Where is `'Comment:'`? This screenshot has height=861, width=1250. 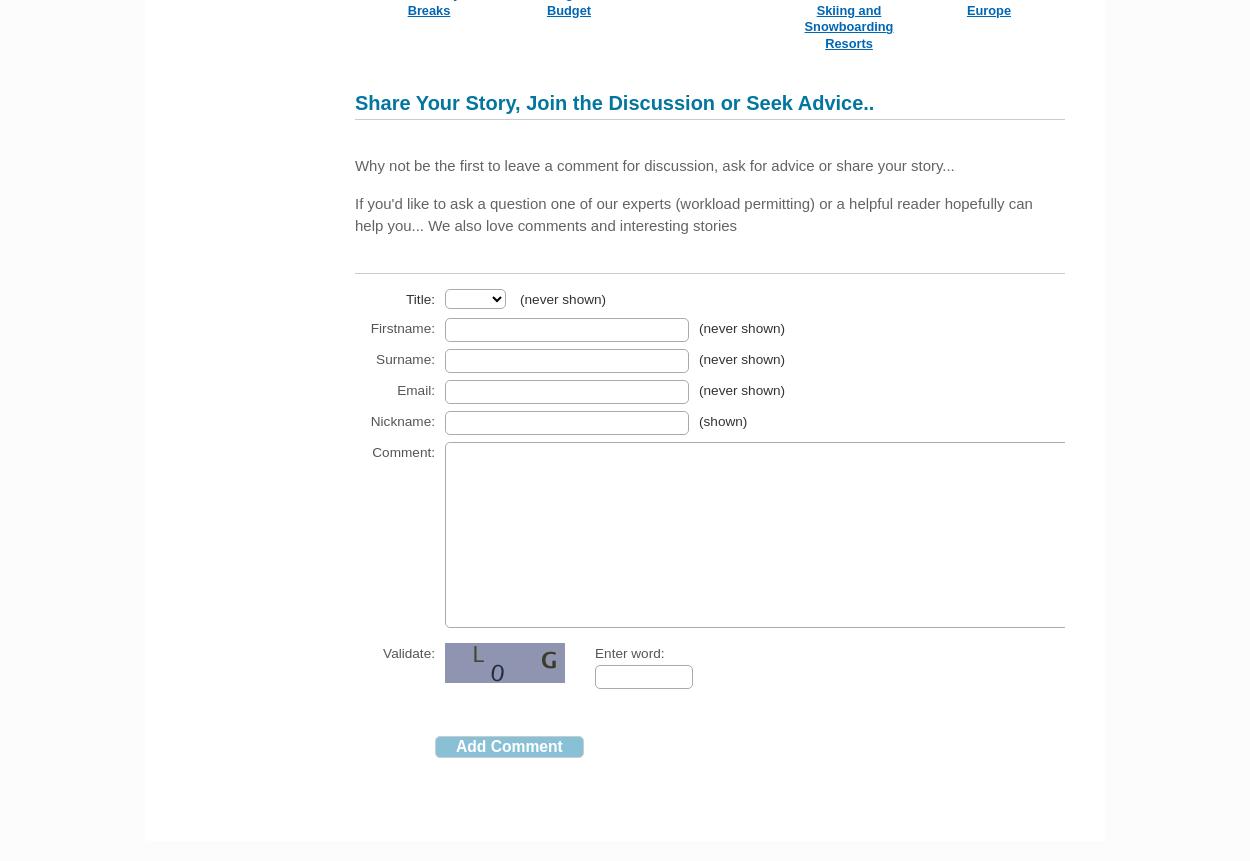
'Comment:' is located at coordinates (403, 450).